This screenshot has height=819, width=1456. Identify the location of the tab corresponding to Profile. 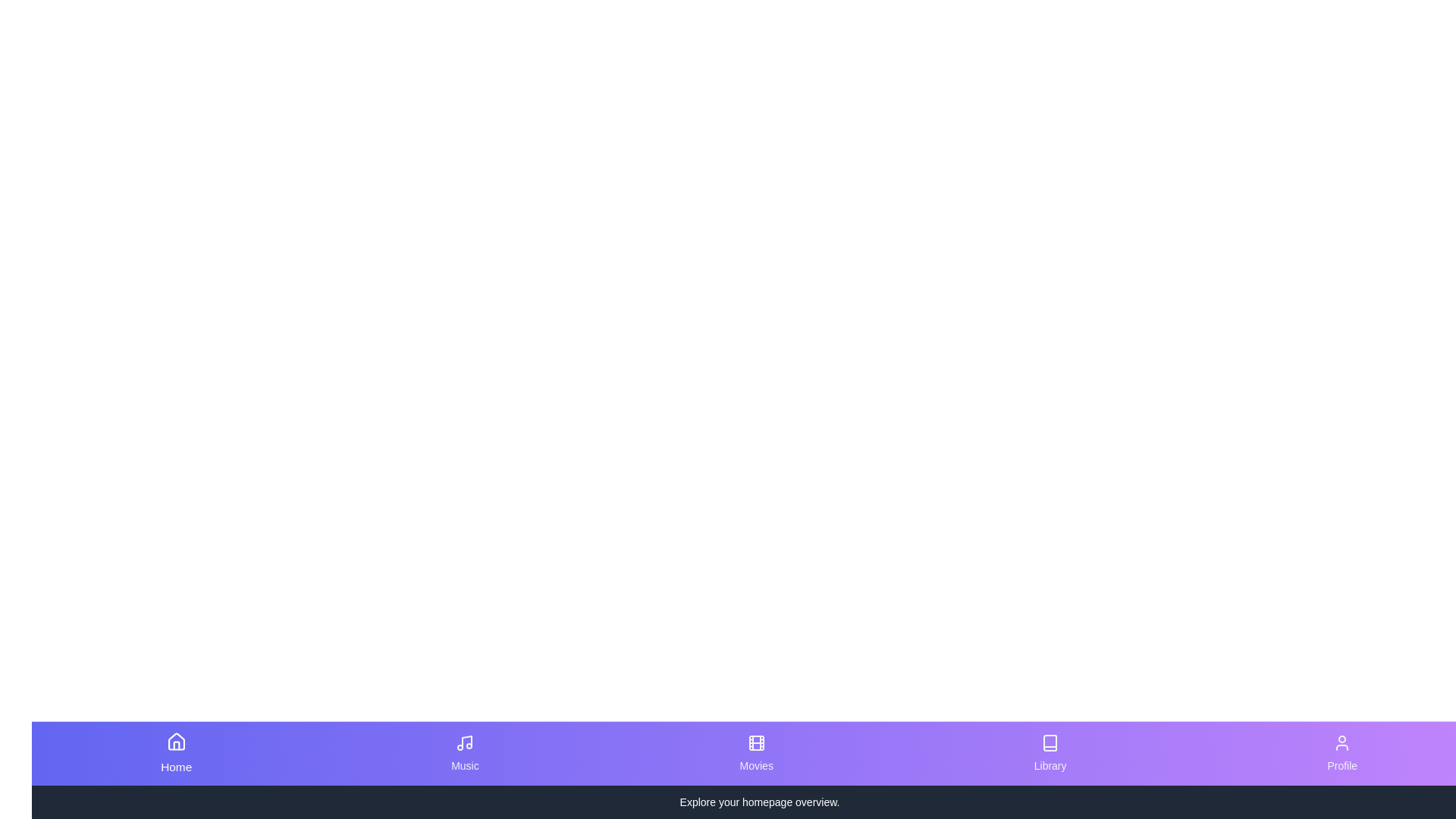
(1342, 754).